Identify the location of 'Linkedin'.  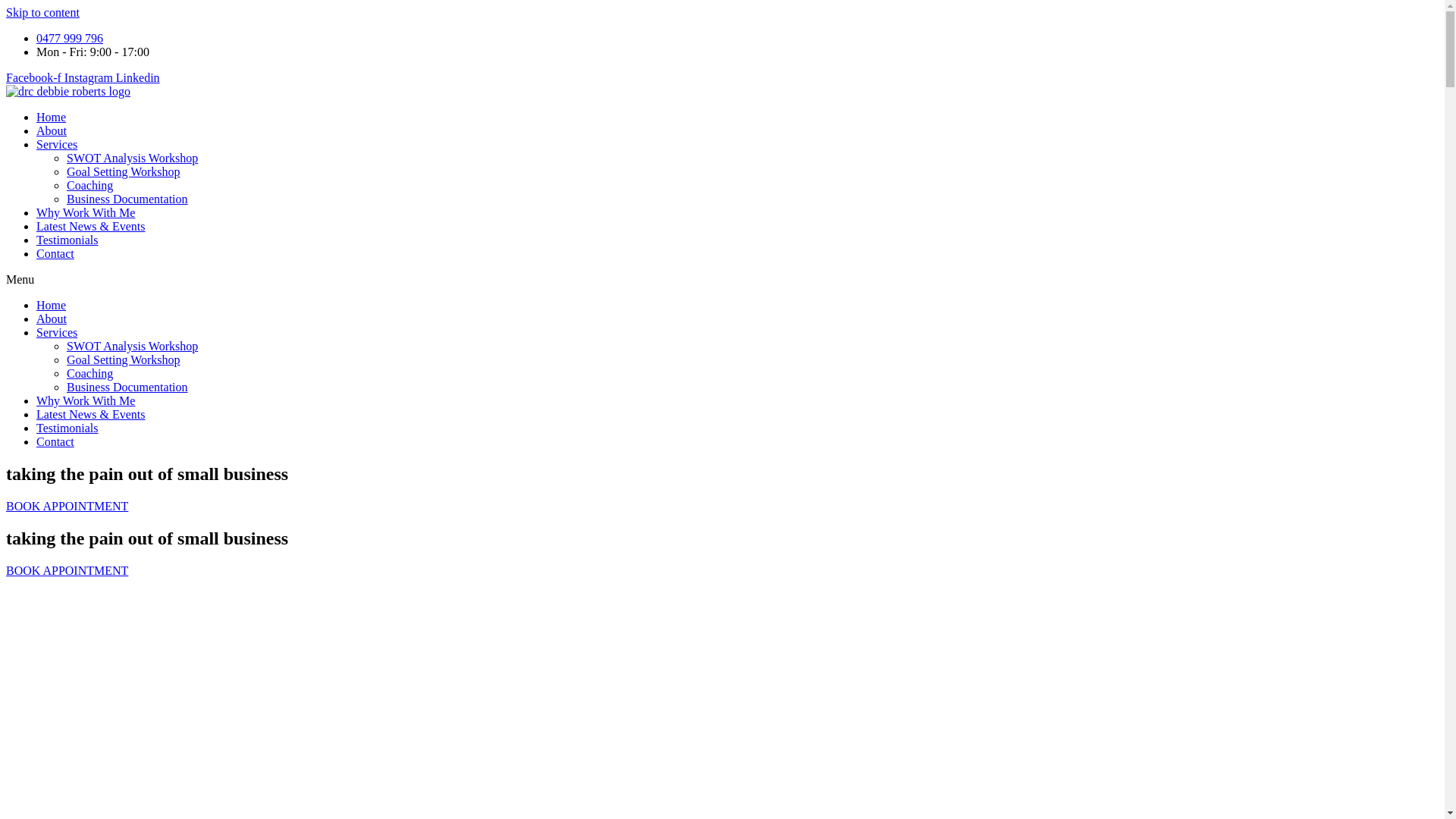
(138, 77).